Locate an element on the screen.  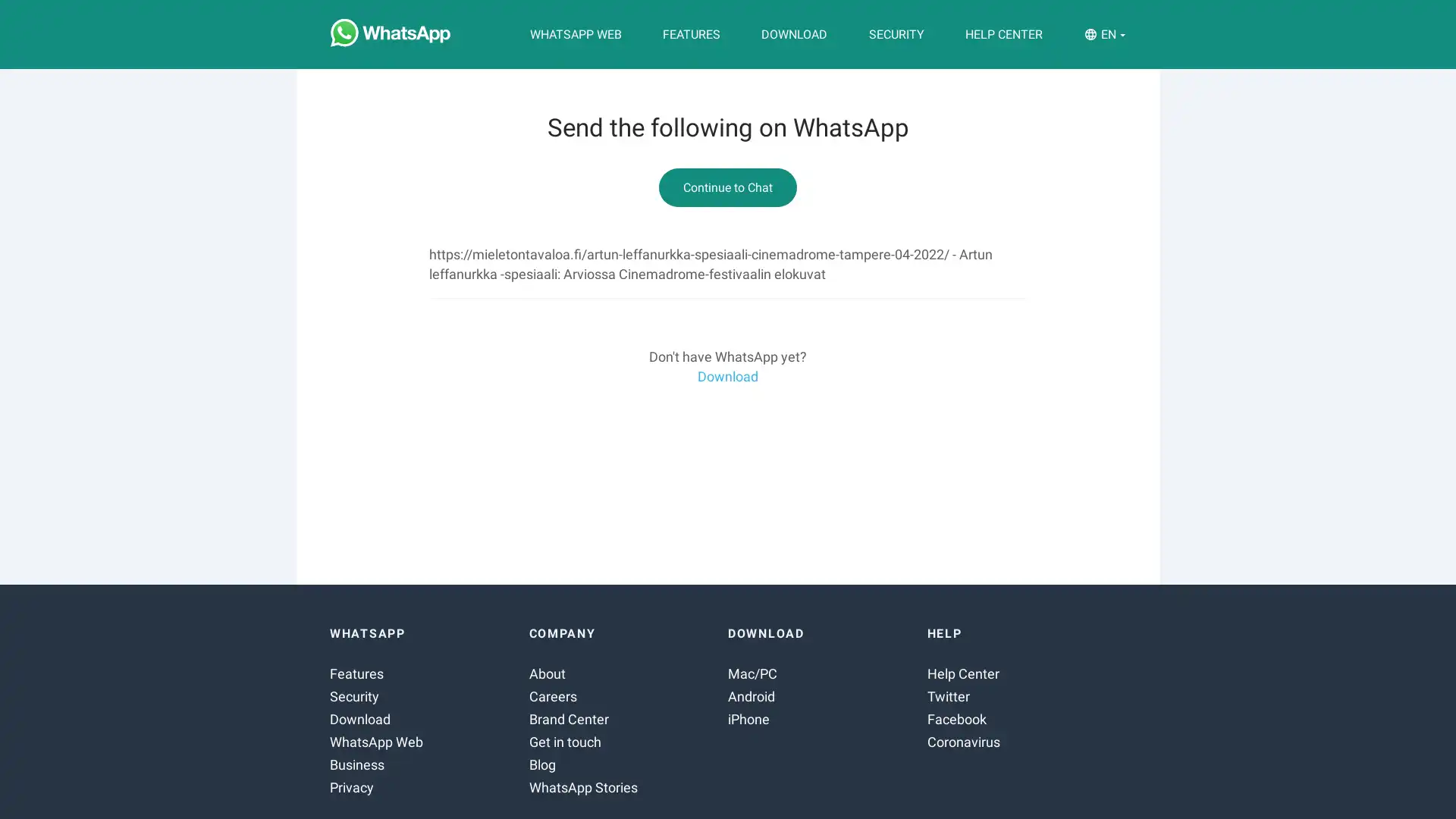
EN is located at coordinates (1105, 34).